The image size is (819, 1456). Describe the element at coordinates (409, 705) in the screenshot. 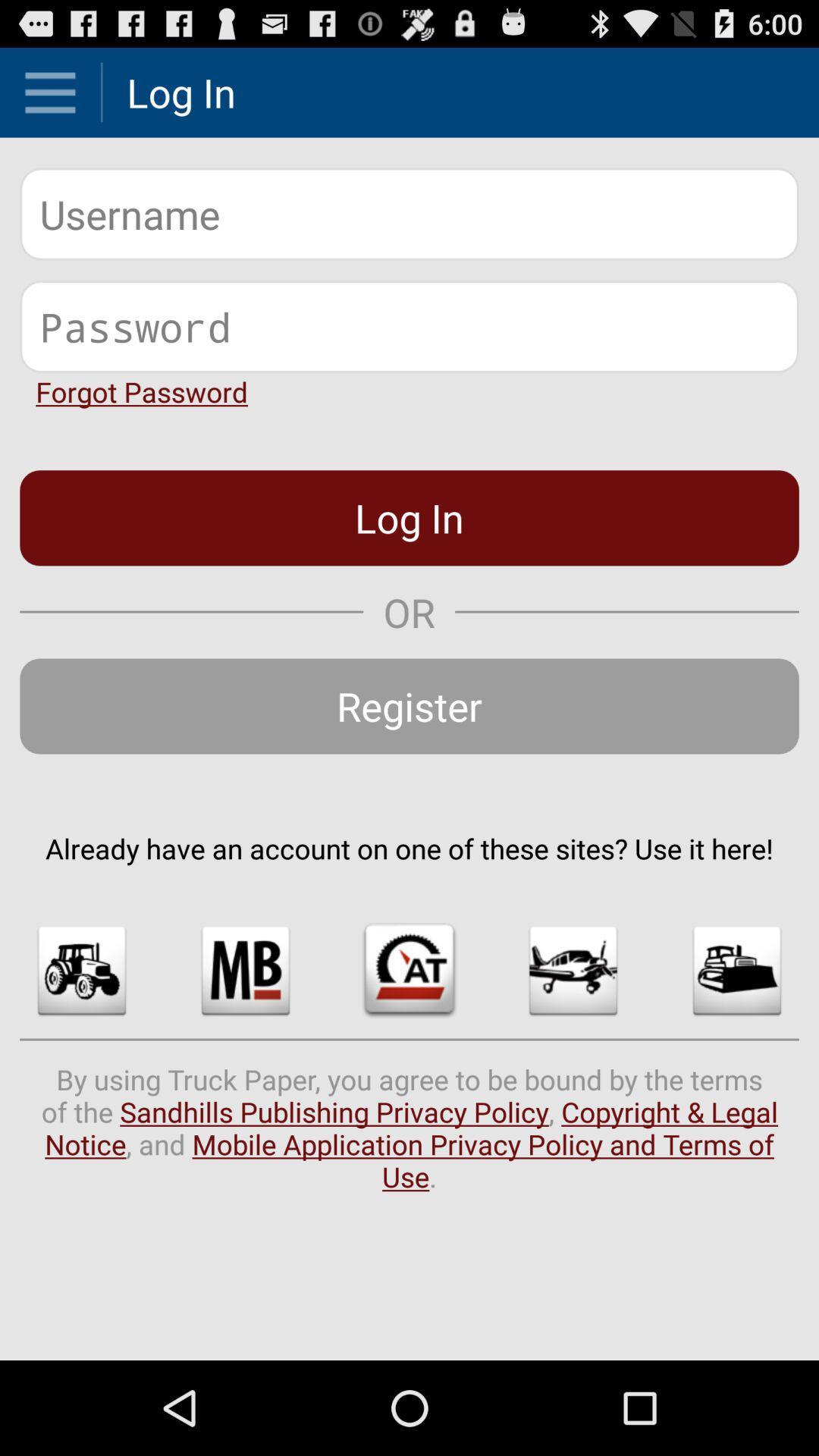

I see `the icon above already have an app` at that location.